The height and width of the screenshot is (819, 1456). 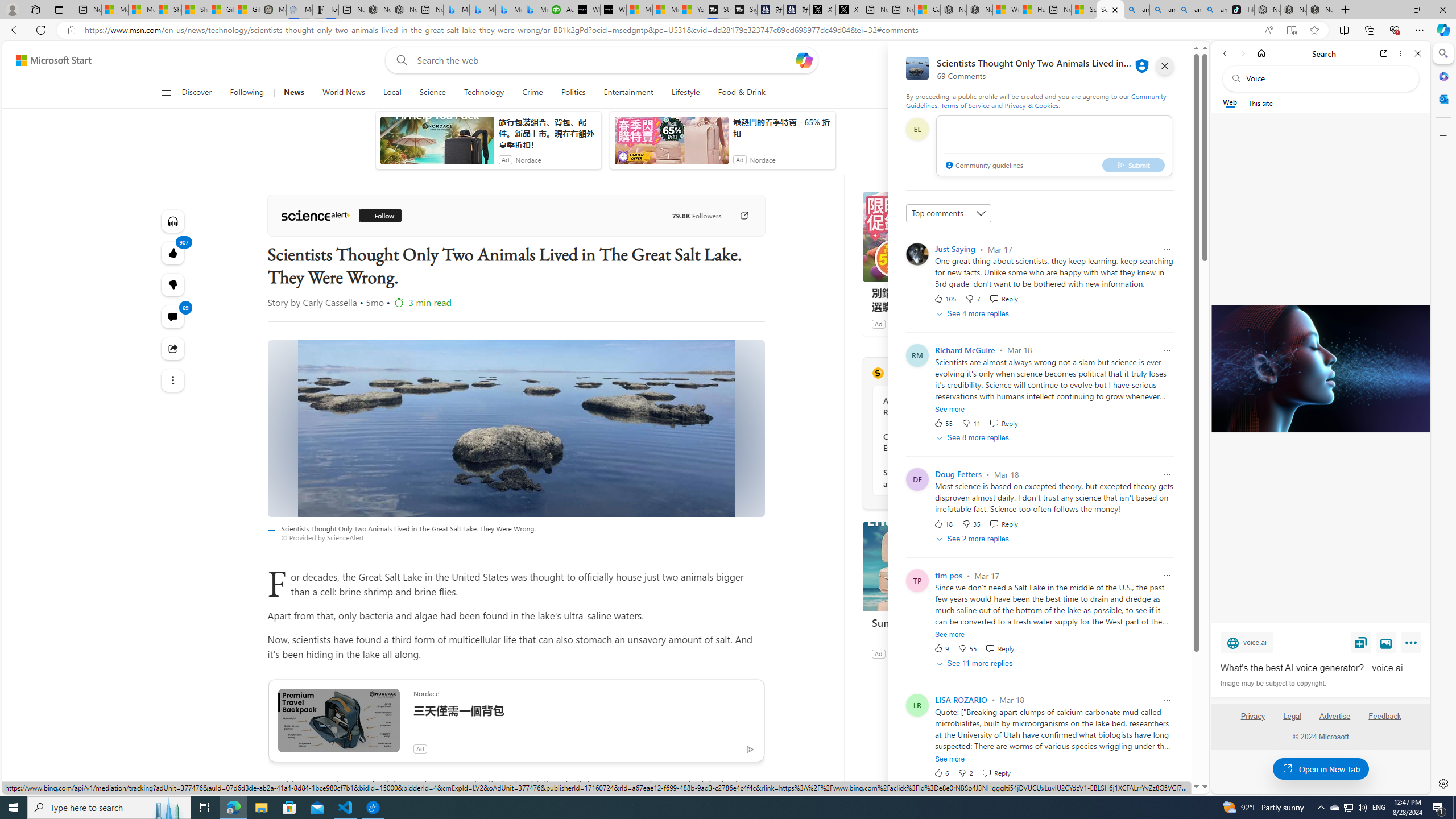 I want to click on 'Feedback', so click(x=1384, y=721).